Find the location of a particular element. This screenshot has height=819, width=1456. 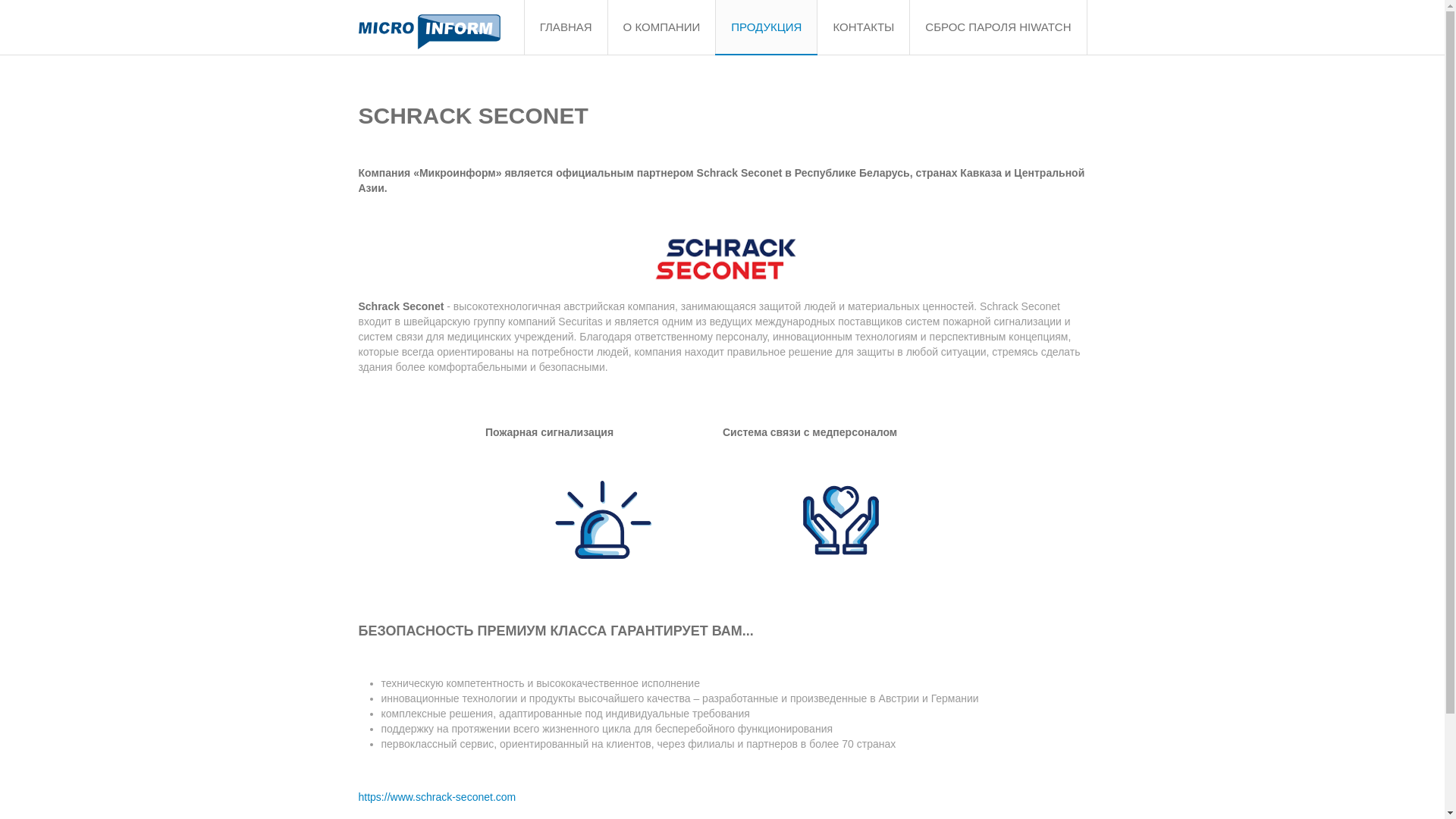

'https://www.schrack-seconet.com' is located at coordinates (436, 795).